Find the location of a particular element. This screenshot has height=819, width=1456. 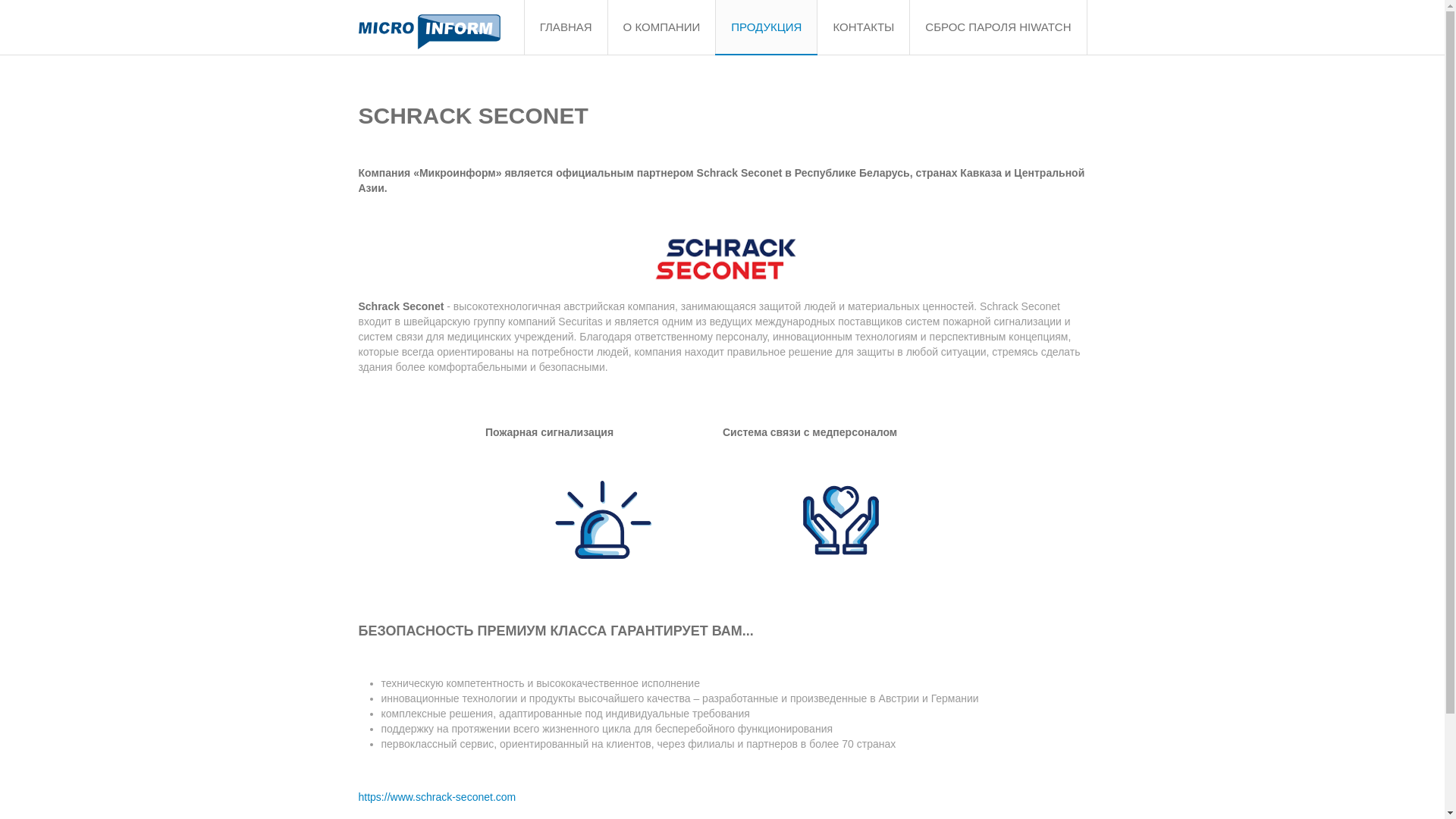

'https://www.schrack-seconet.com' is located at coordinates (436, 795).